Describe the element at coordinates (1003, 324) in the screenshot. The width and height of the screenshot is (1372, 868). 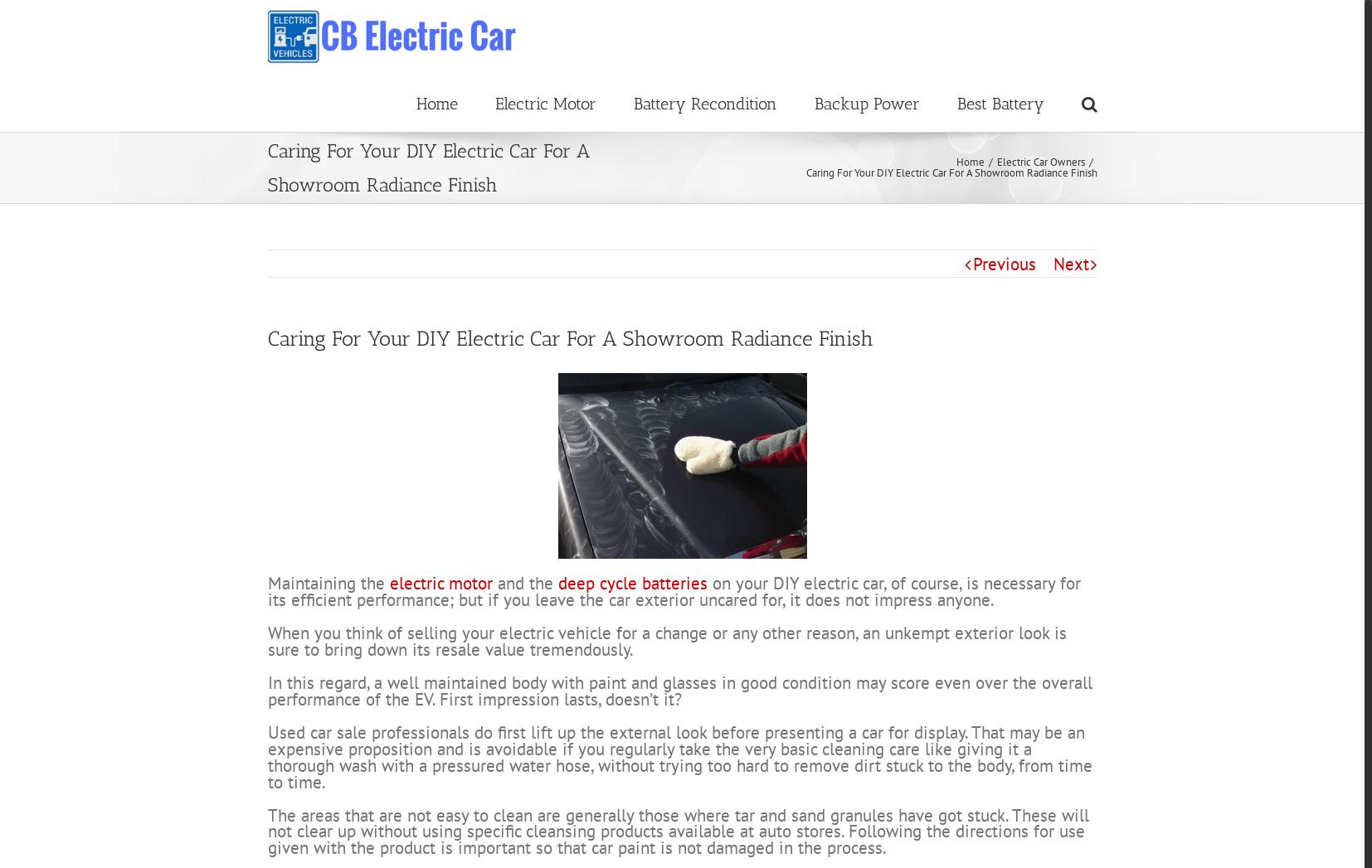
I see `'Previous'` at that location.